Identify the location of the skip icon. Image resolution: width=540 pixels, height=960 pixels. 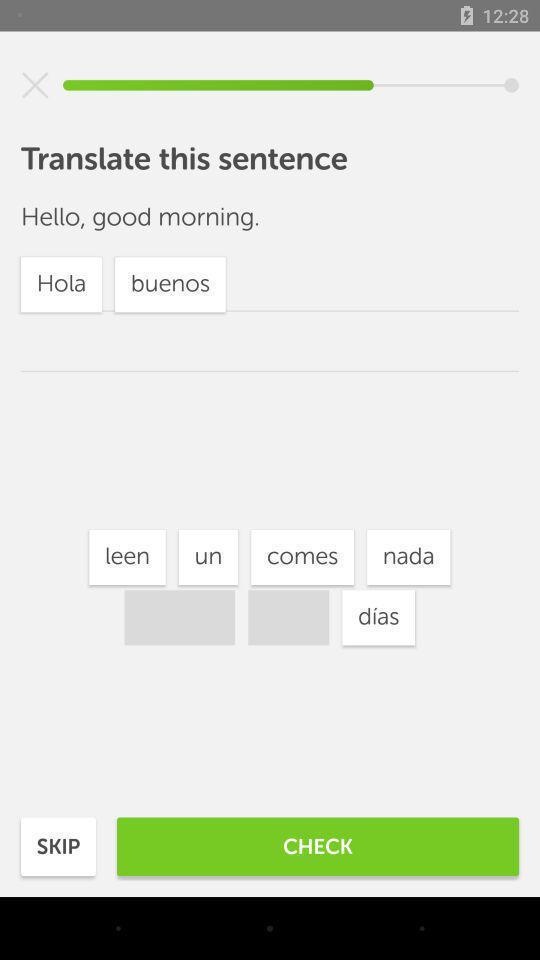
(58, 845).